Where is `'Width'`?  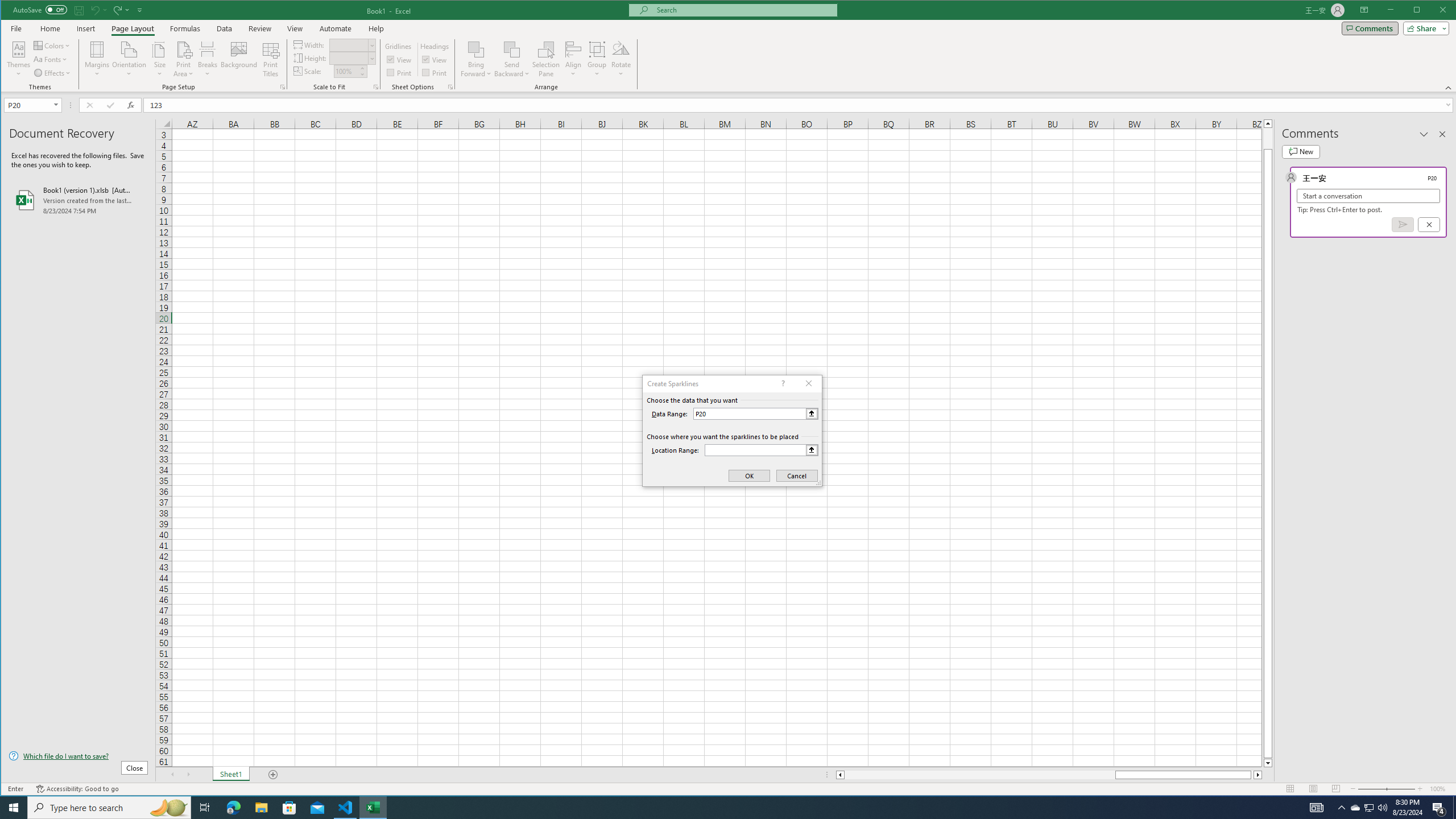
'Width' is located at coordinates (352, 44).